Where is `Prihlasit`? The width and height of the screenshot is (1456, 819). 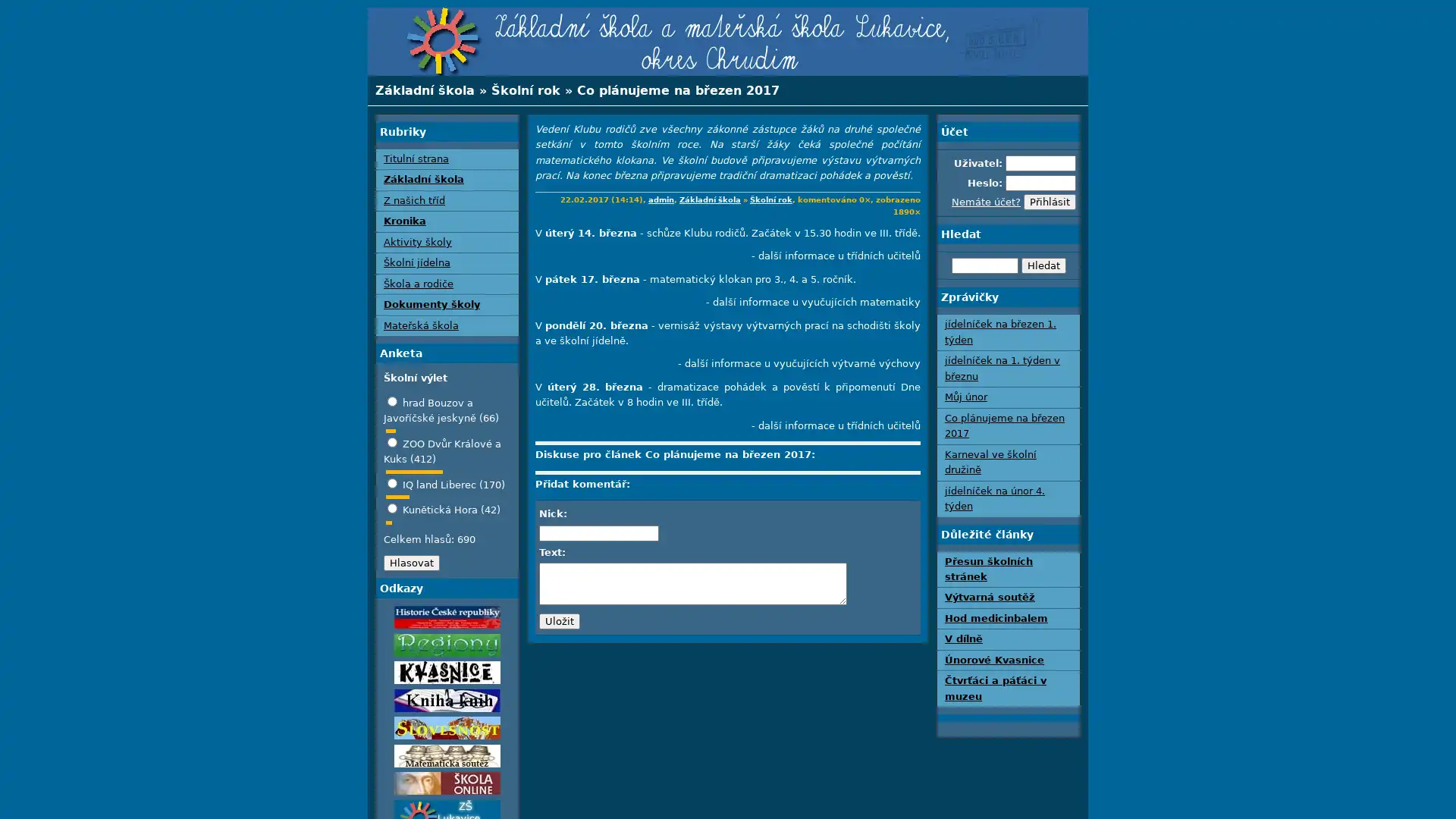
Prihlasit is located at coordinates (1049, 201).